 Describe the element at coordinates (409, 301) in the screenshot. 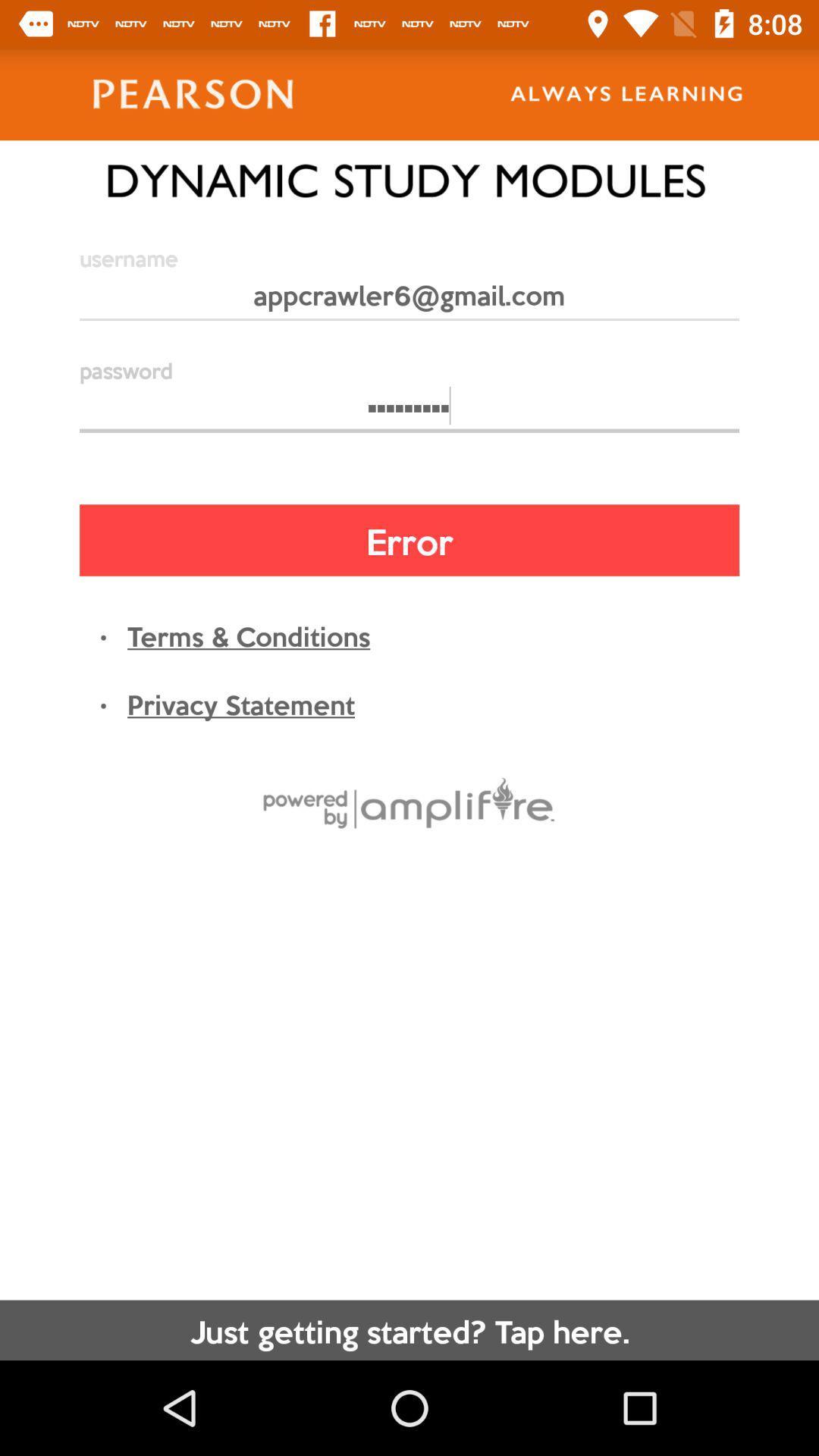

I see `the appcrawler6@gmail.com item` at that location.